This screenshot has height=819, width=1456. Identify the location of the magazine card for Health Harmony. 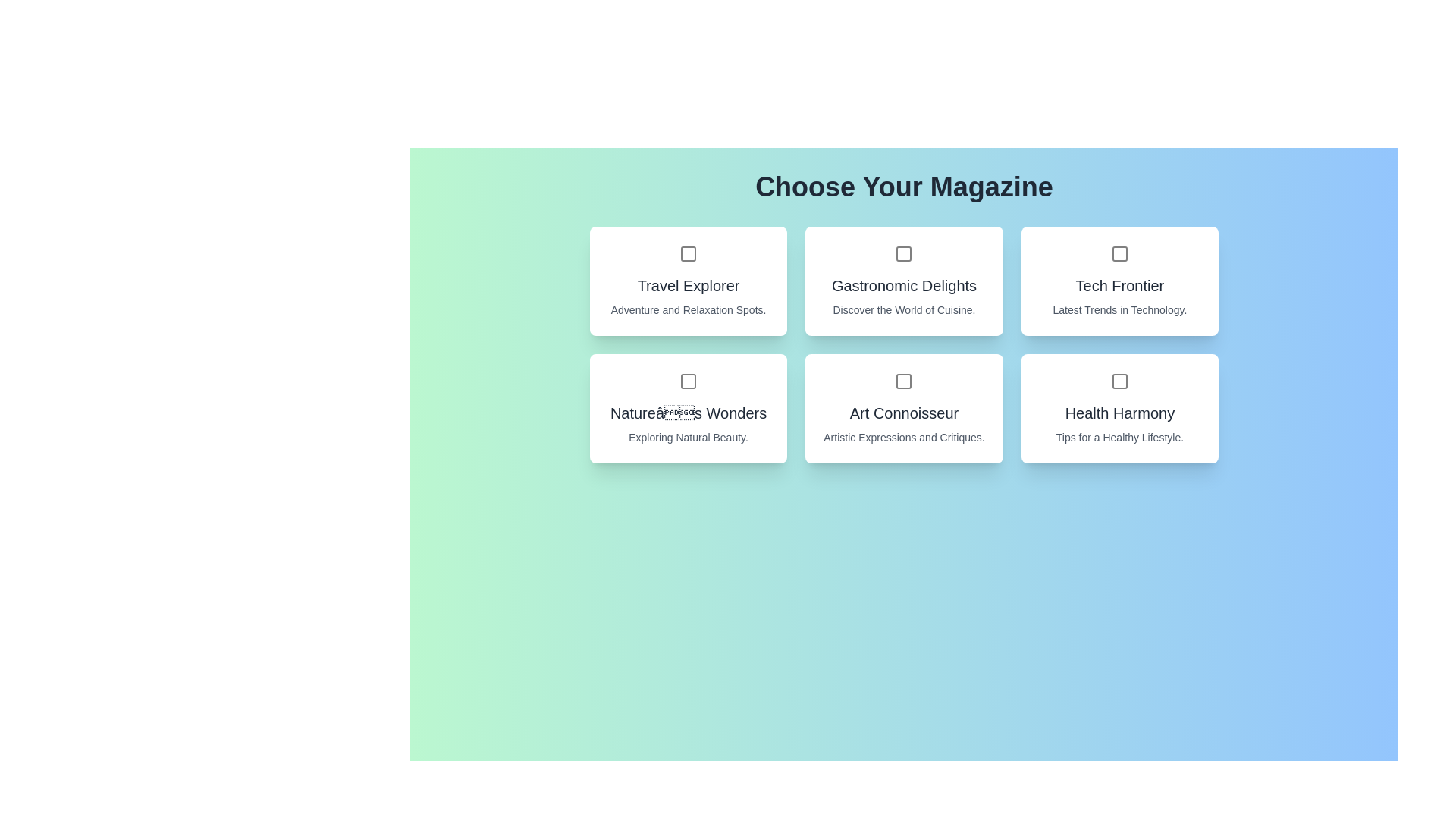
(1119, 408).